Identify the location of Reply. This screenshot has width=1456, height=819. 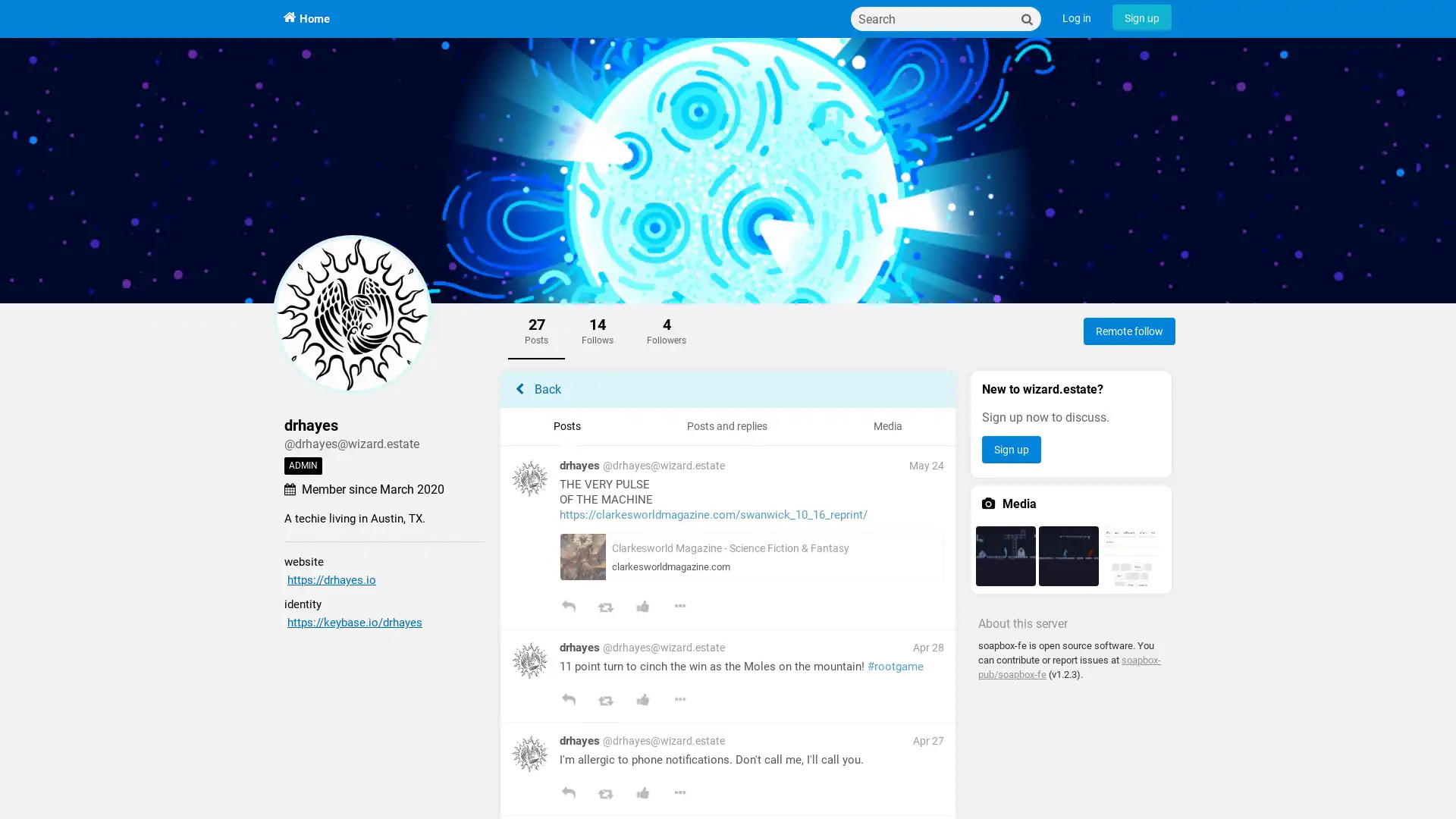
(567, 794).